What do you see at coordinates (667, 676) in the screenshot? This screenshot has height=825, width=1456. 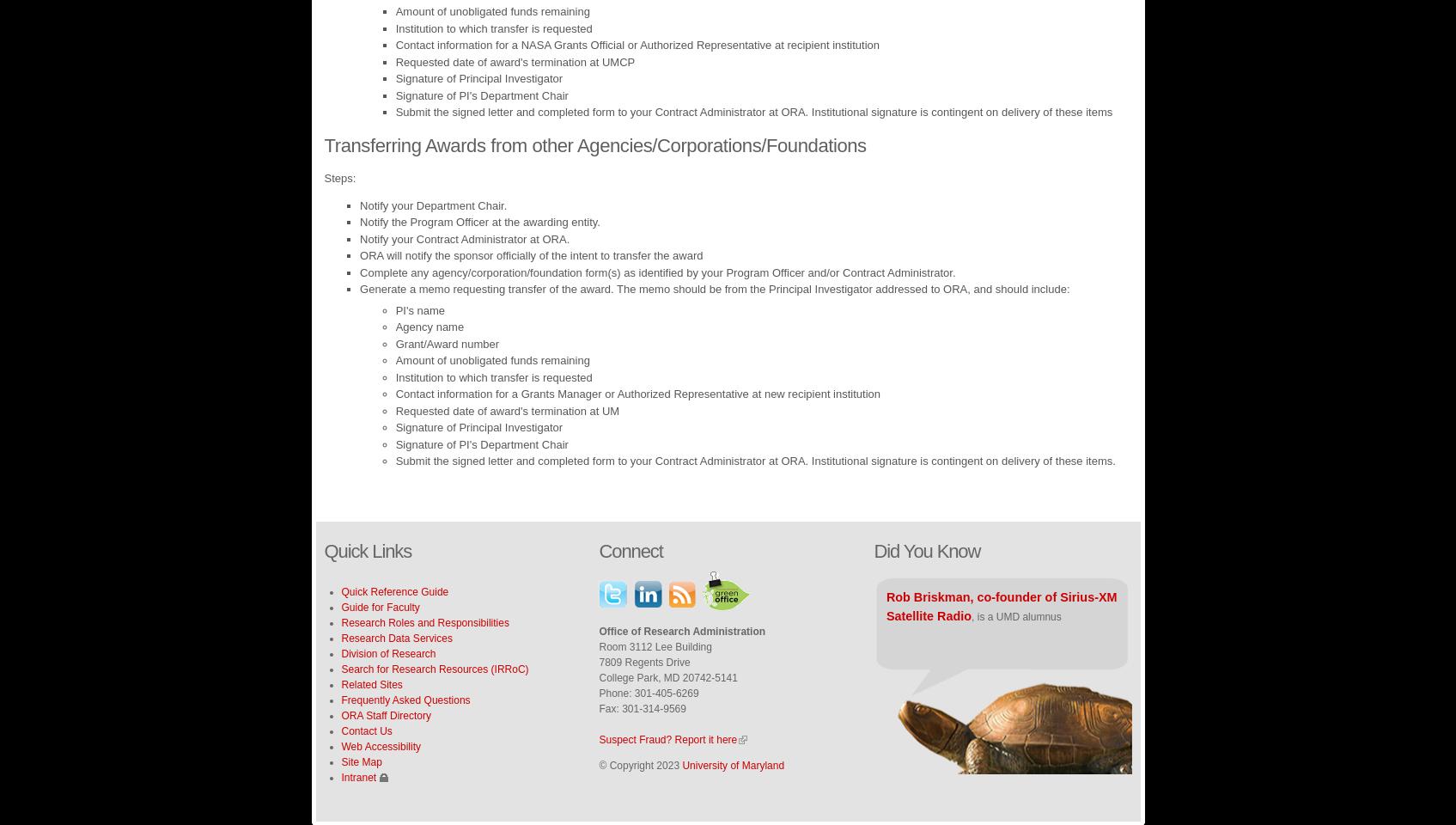 I see `'College Park, MD 20742-5141'` at bounding box center [667, 676].